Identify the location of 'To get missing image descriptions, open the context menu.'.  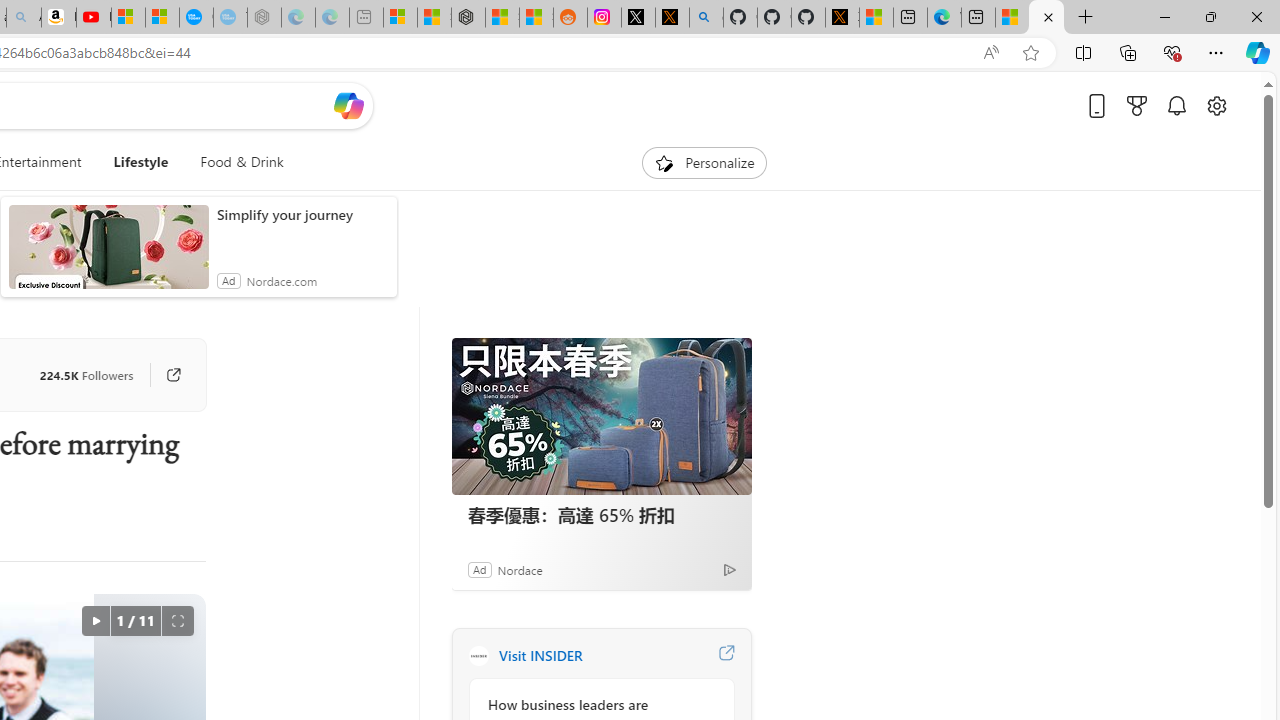
(664, 161).